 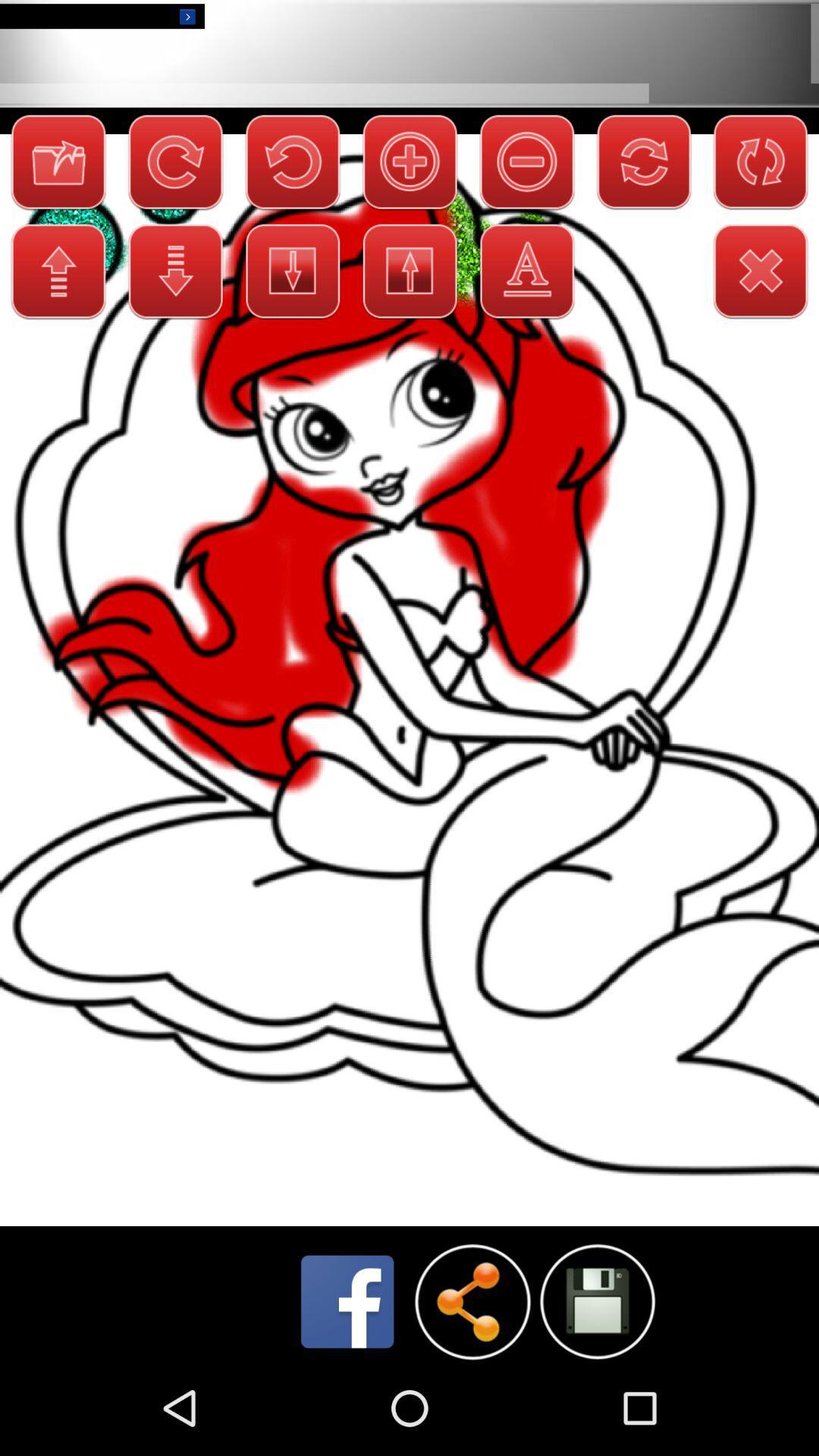 I want to click on search, so click(x=596, y=1301).